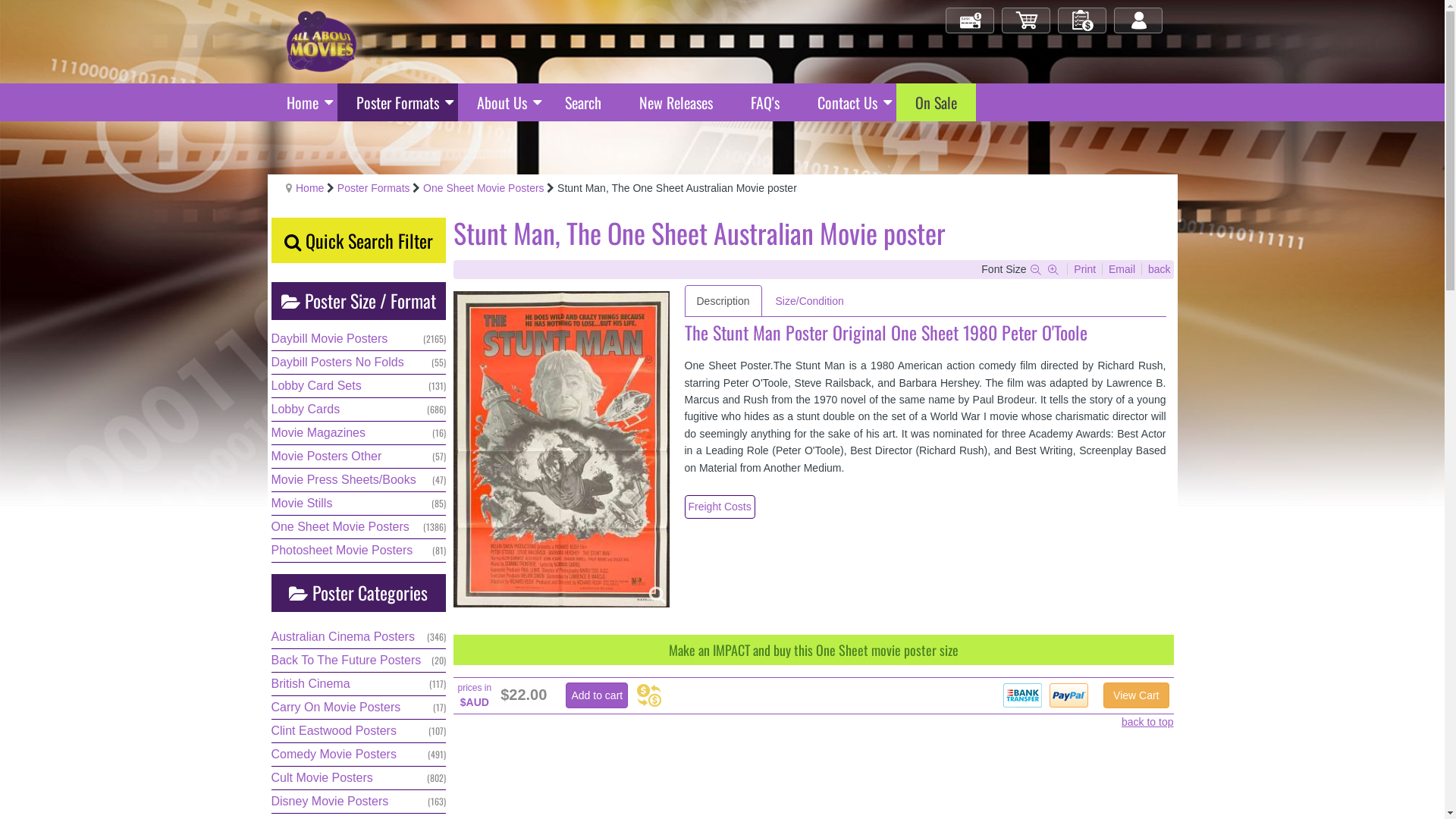  Describe the element at coordinates (560, 448) in the screenshot. I see `'Click for Higher Resolution image'` at that location.